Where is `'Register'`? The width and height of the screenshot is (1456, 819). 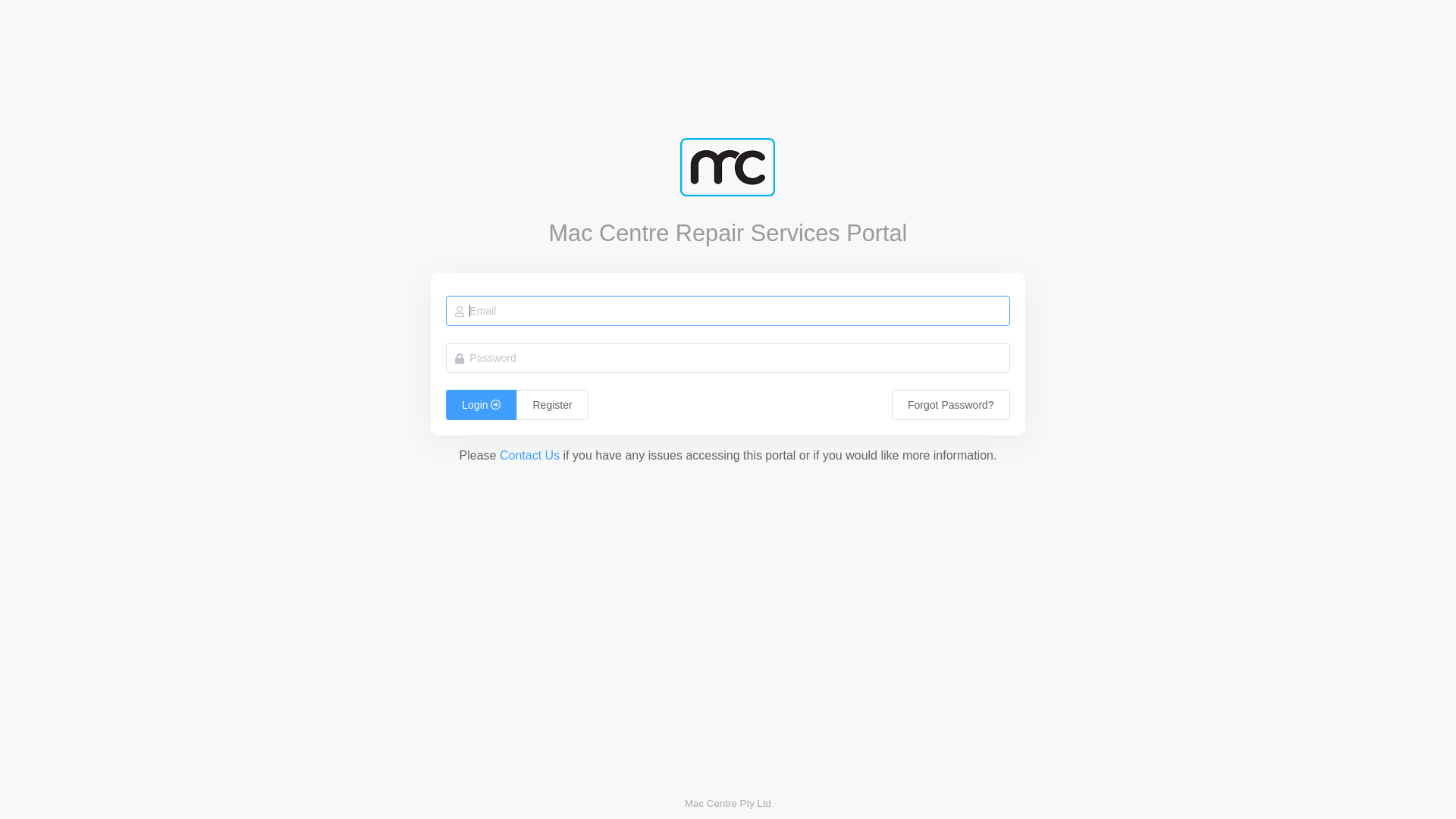
'Register' is located at coordinates (510, 403).